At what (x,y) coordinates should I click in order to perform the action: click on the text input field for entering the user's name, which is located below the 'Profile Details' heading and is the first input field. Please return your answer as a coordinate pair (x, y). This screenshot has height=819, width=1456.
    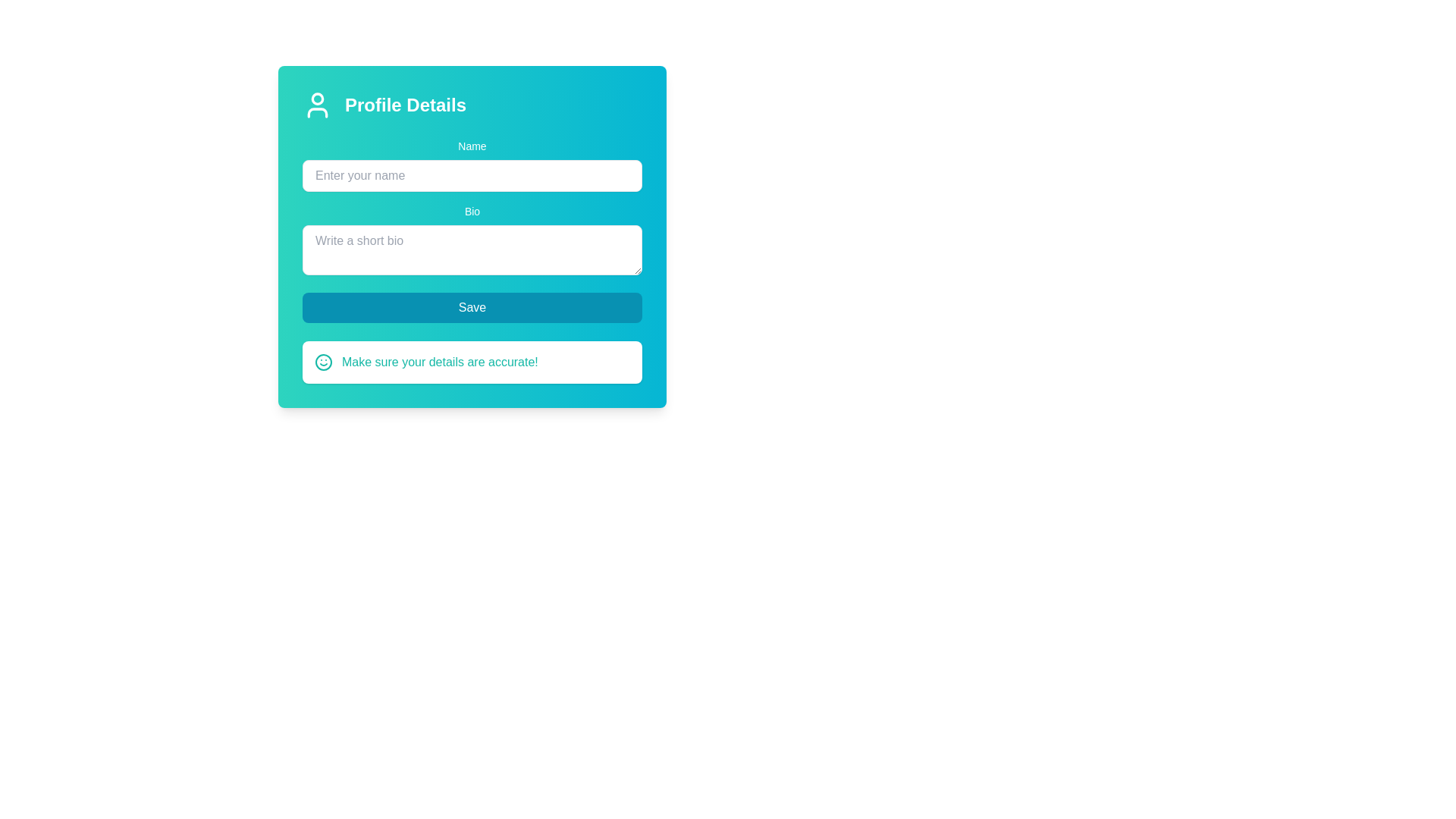
    Looking at the image, I should click on (472, 165).